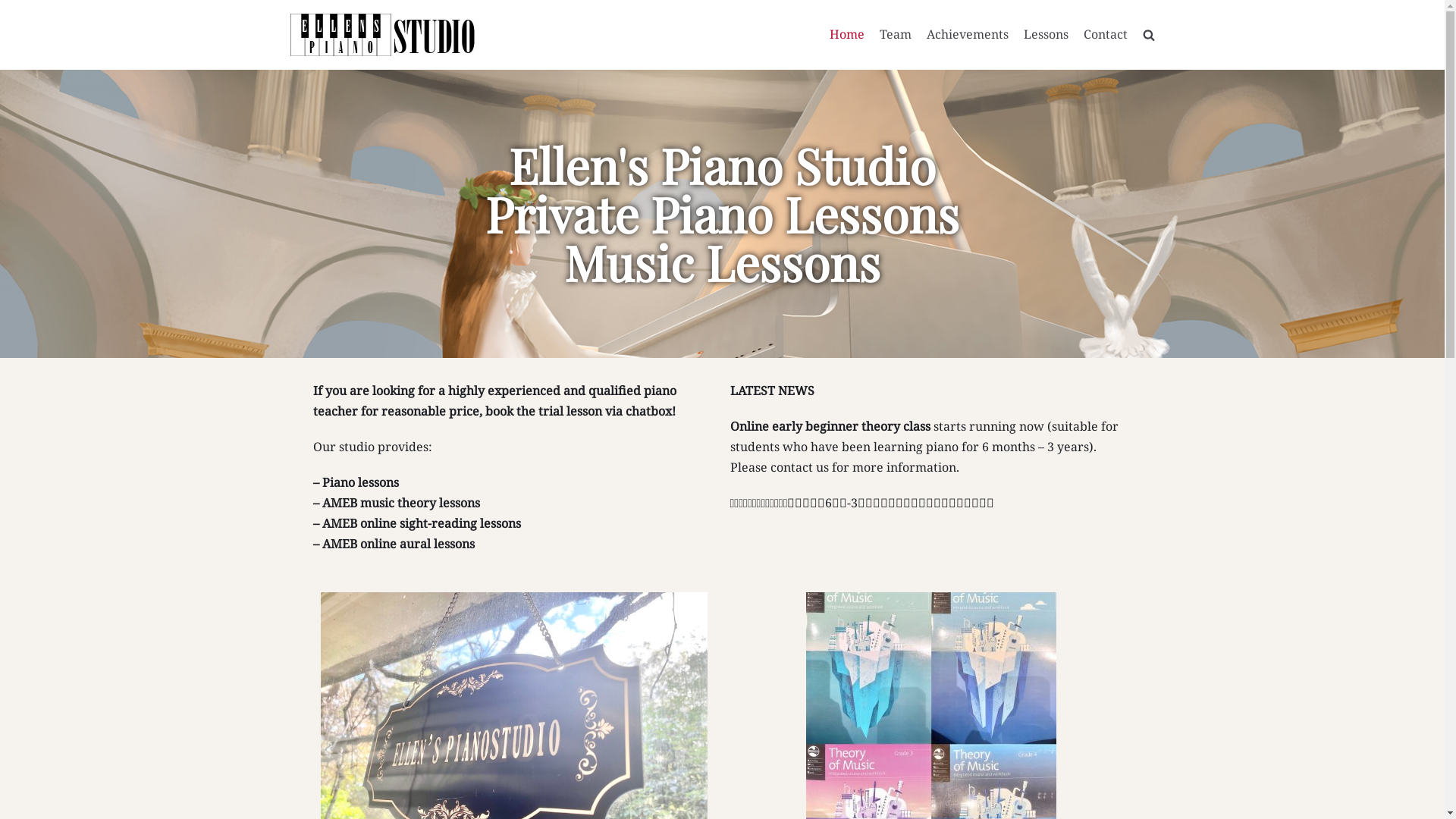 This screenshot has width=1456, height=819. What do you see at coordinates (14, 8) in the screenshot?
I see `'Skip to content'` at bounding box center [14, 8].